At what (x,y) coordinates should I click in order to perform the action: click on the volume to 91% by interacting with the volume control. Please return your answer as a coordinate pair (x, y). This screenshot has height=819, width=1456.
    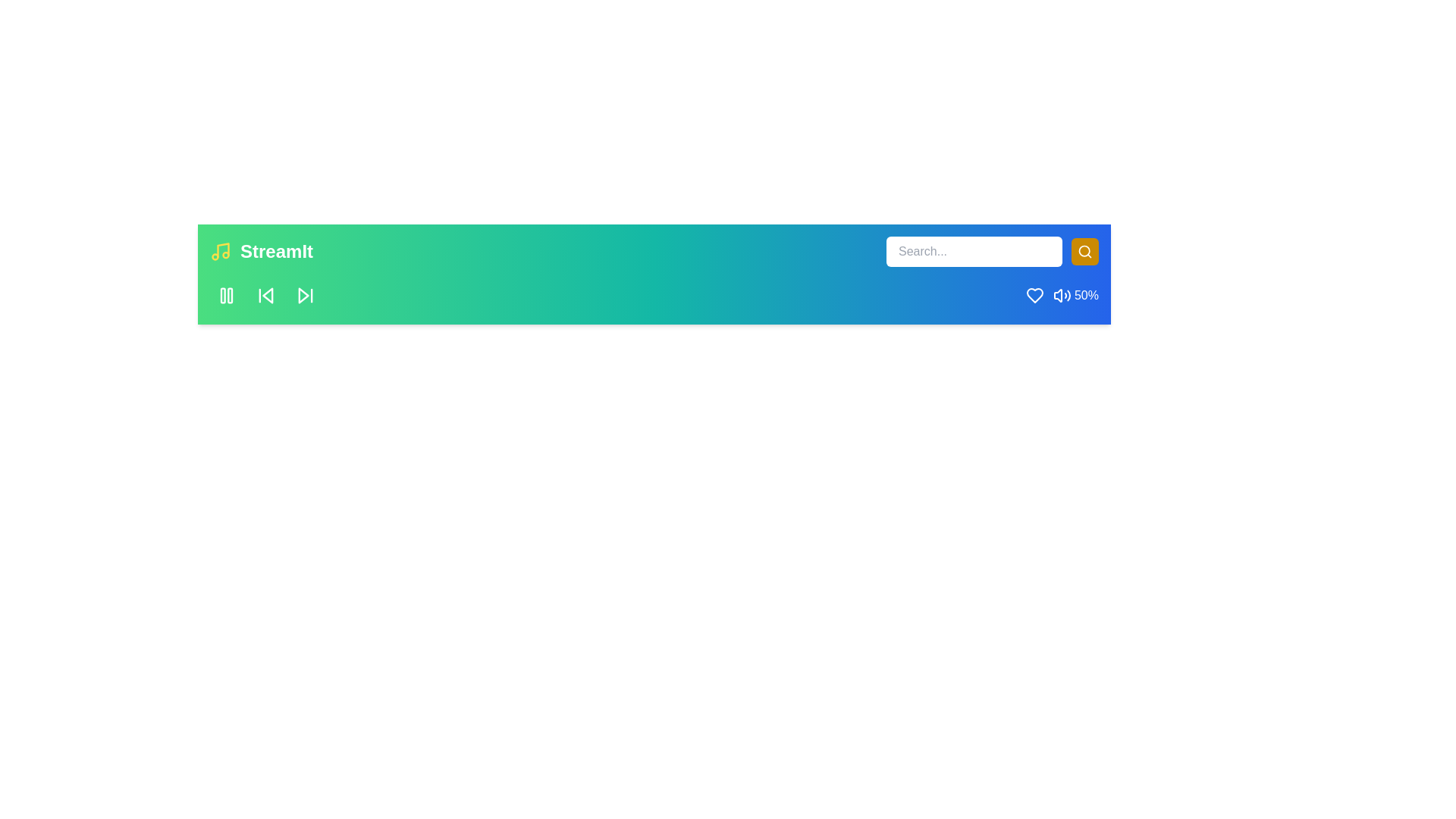
    Looking at the image, I should click on (1068, 295).